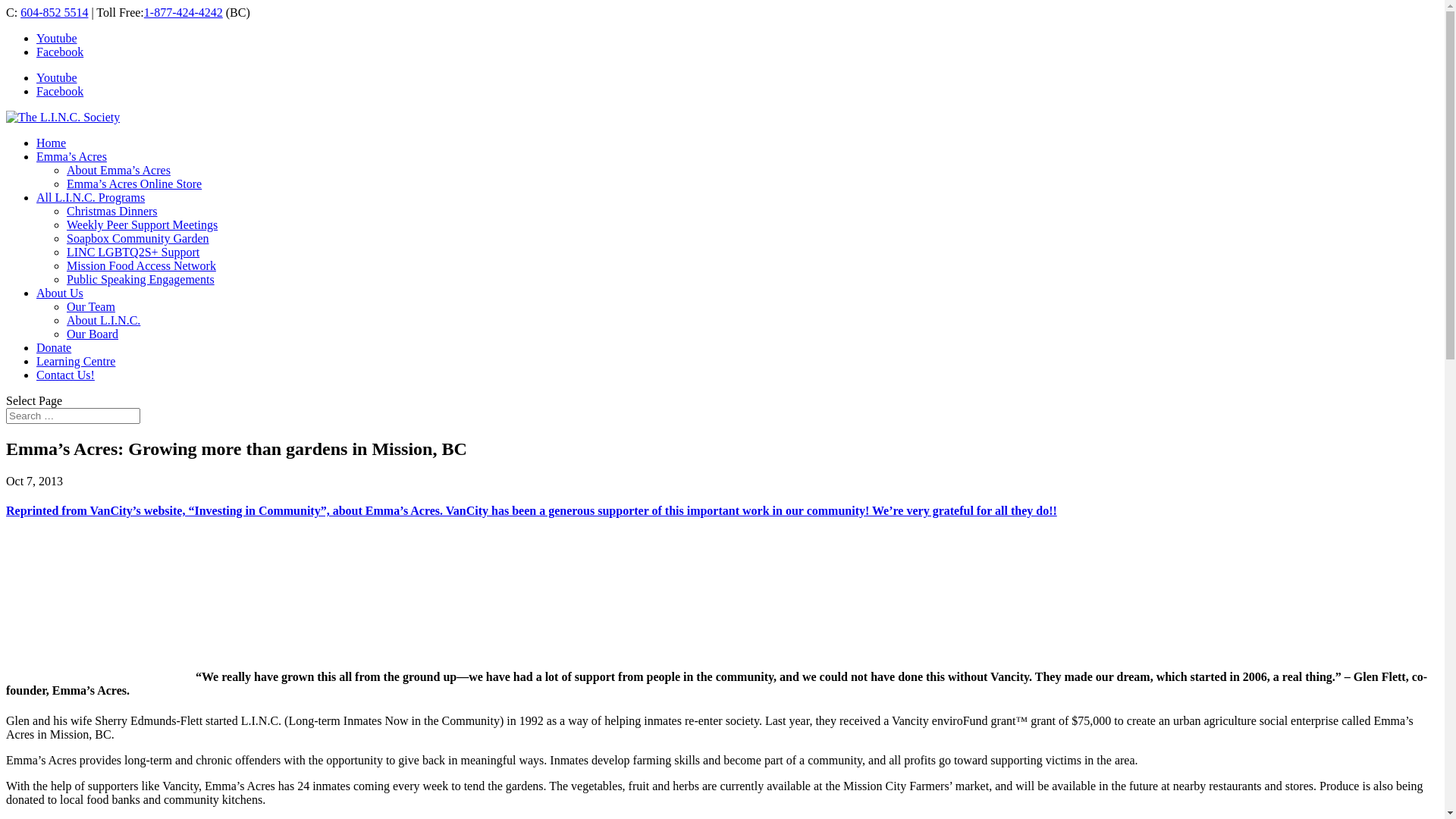  What do you see at coordinates (138, 238) in the screenshot?
I see `'Soapbox Community Garden'` at bounding box center [138, 238].